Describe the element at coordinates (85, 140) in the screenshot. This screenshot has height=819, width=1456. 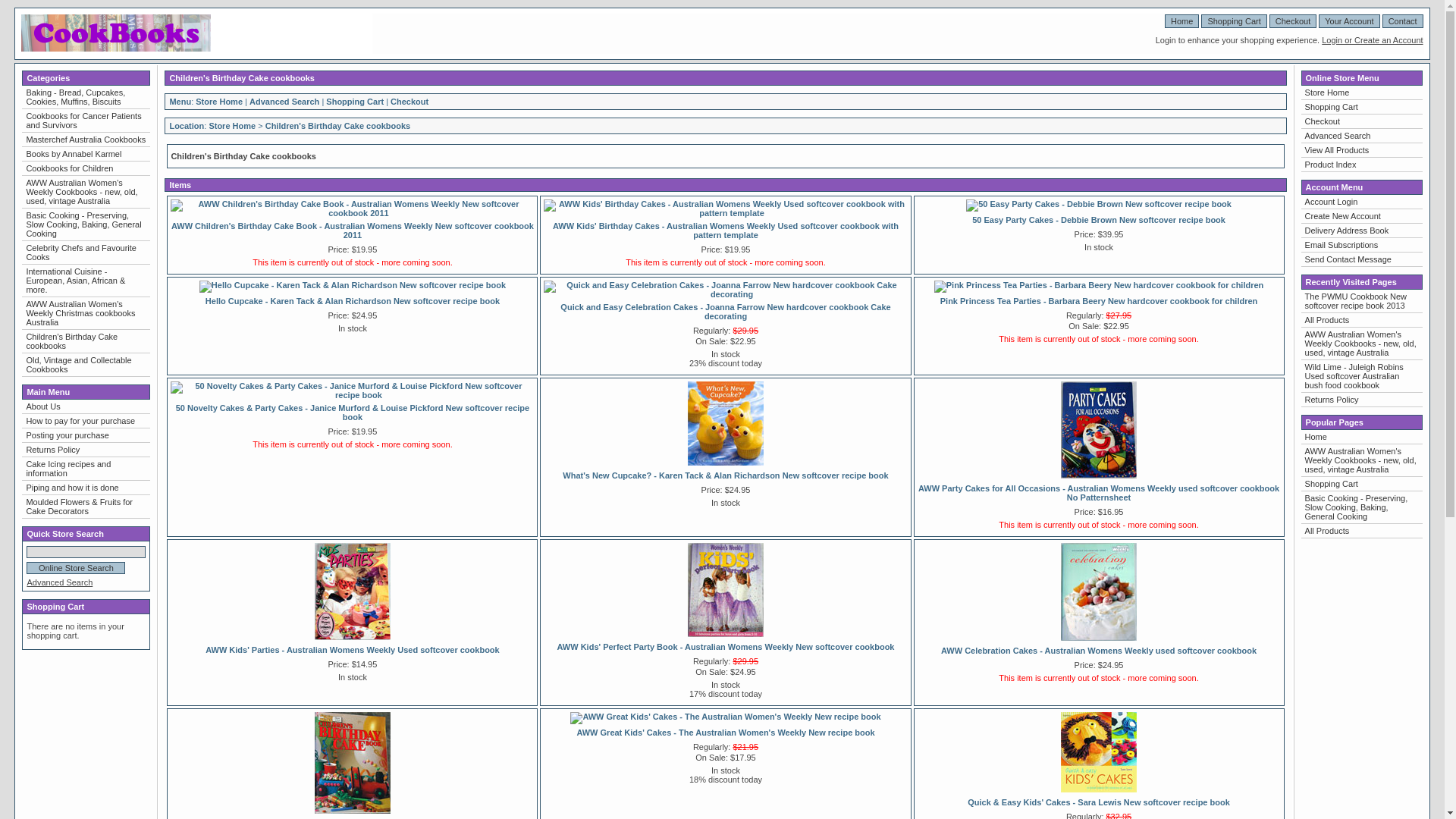
I see `'Masterchef Australia Cookbooks'` at that location.